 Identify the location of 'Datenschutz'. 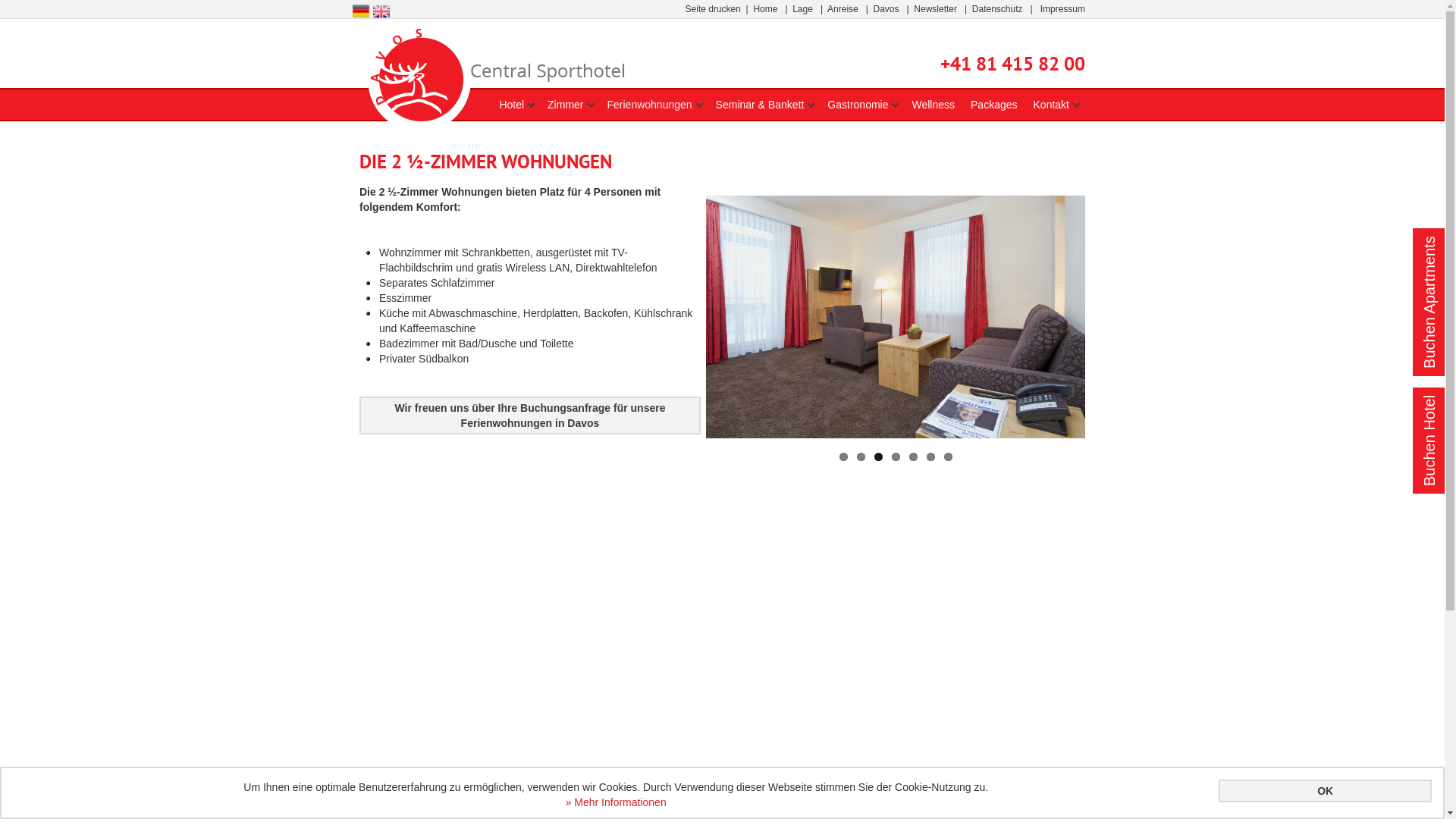
(997, 8).